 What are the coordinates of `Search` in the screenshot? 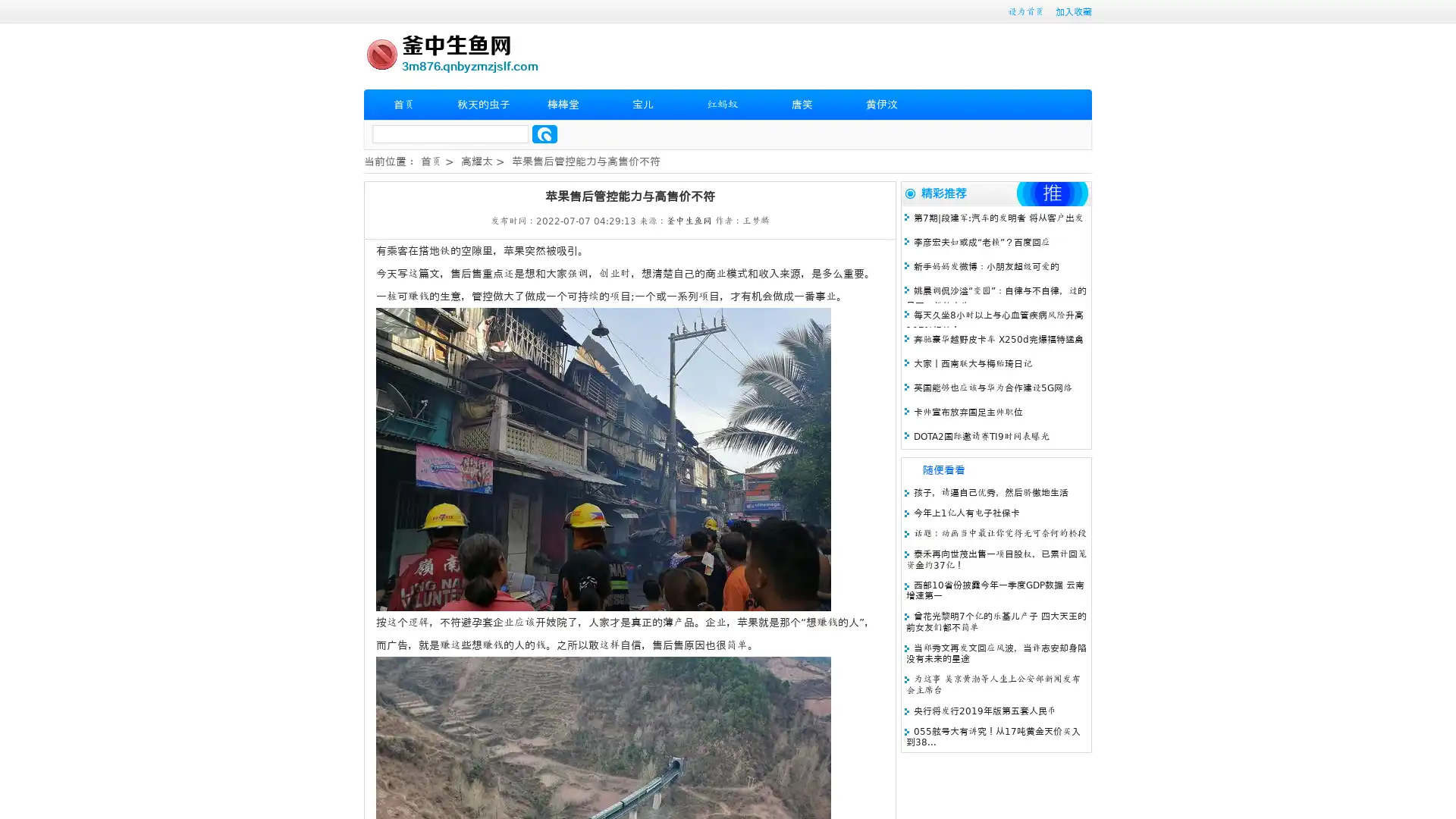 It's located at (544, 133).